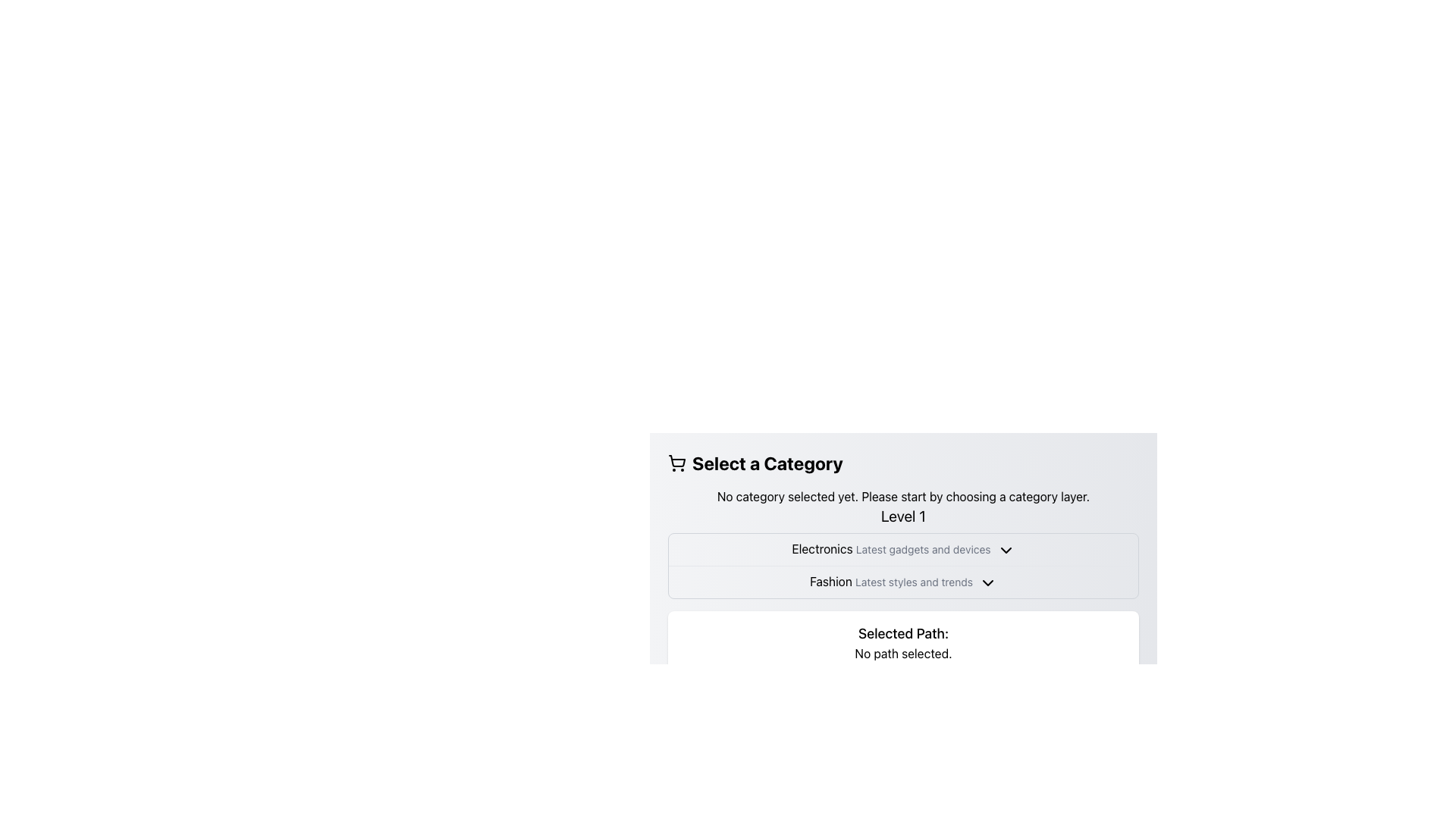 The width and height of the screenshot is (1456, 819). What do you see at coordinates (903, 563) in the screenshot?
I see `the dropdown arrow in the category selection menu located under the title 'Select a Category'` at bounding box center [903, 563].